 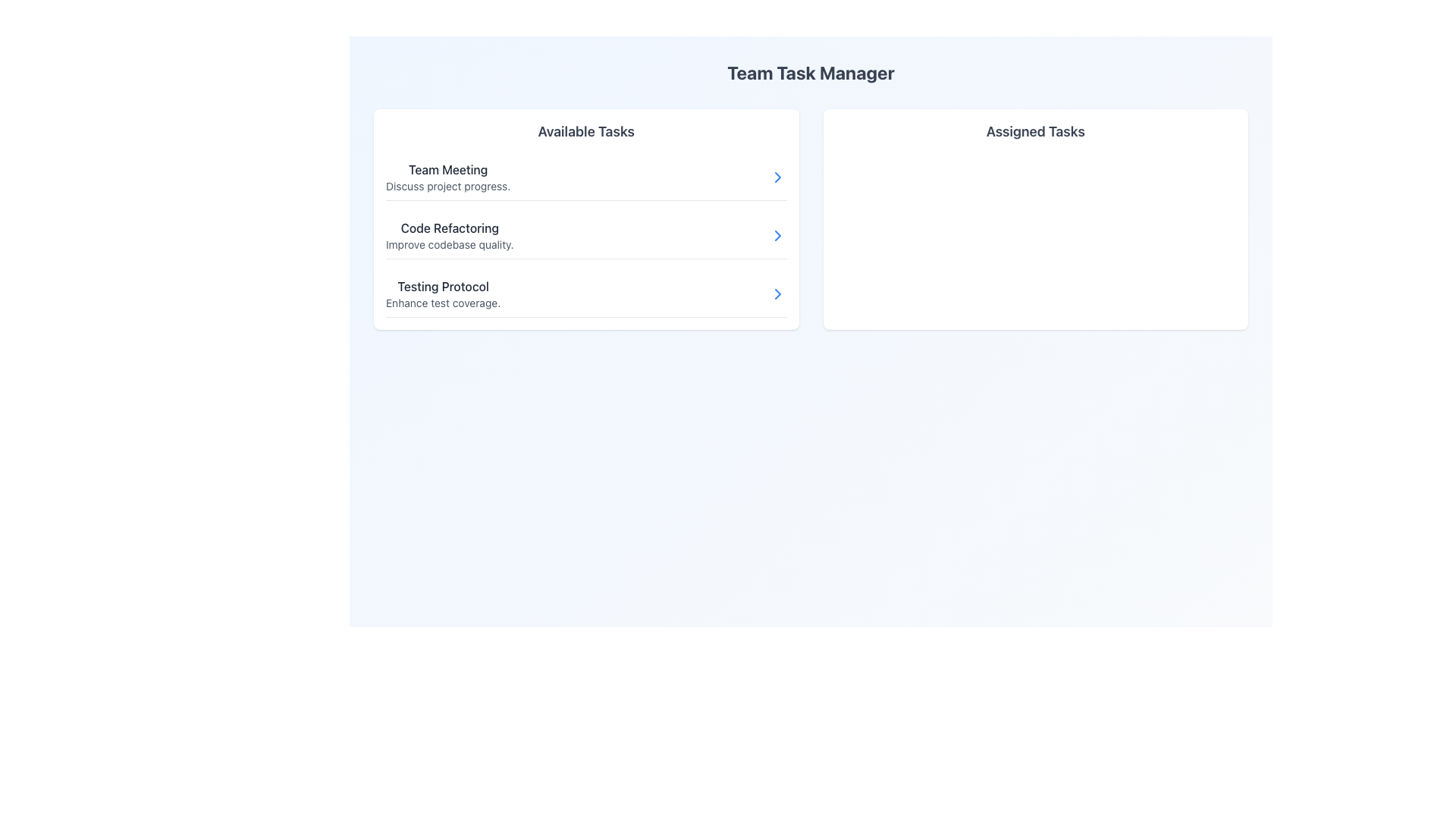 I want to click on the text label representing the title 'Team Meeting', which is the first item in the task card located in the 'Available Tasks' column, so click(x=447, y=169).